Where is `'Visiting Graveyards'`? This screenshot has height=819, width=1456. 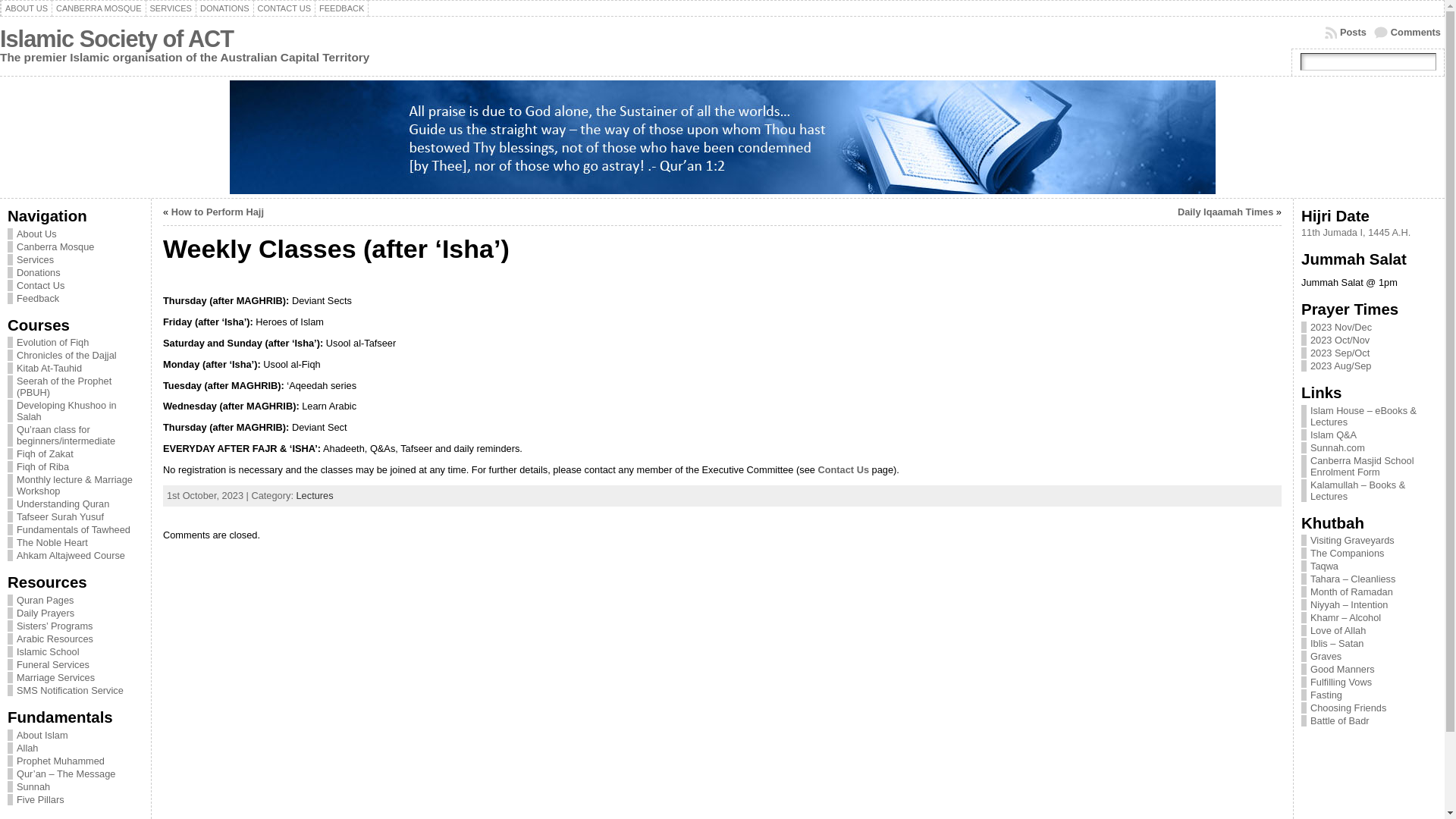
'Visiting Graveyards' is located at coordinates (1352, 539).